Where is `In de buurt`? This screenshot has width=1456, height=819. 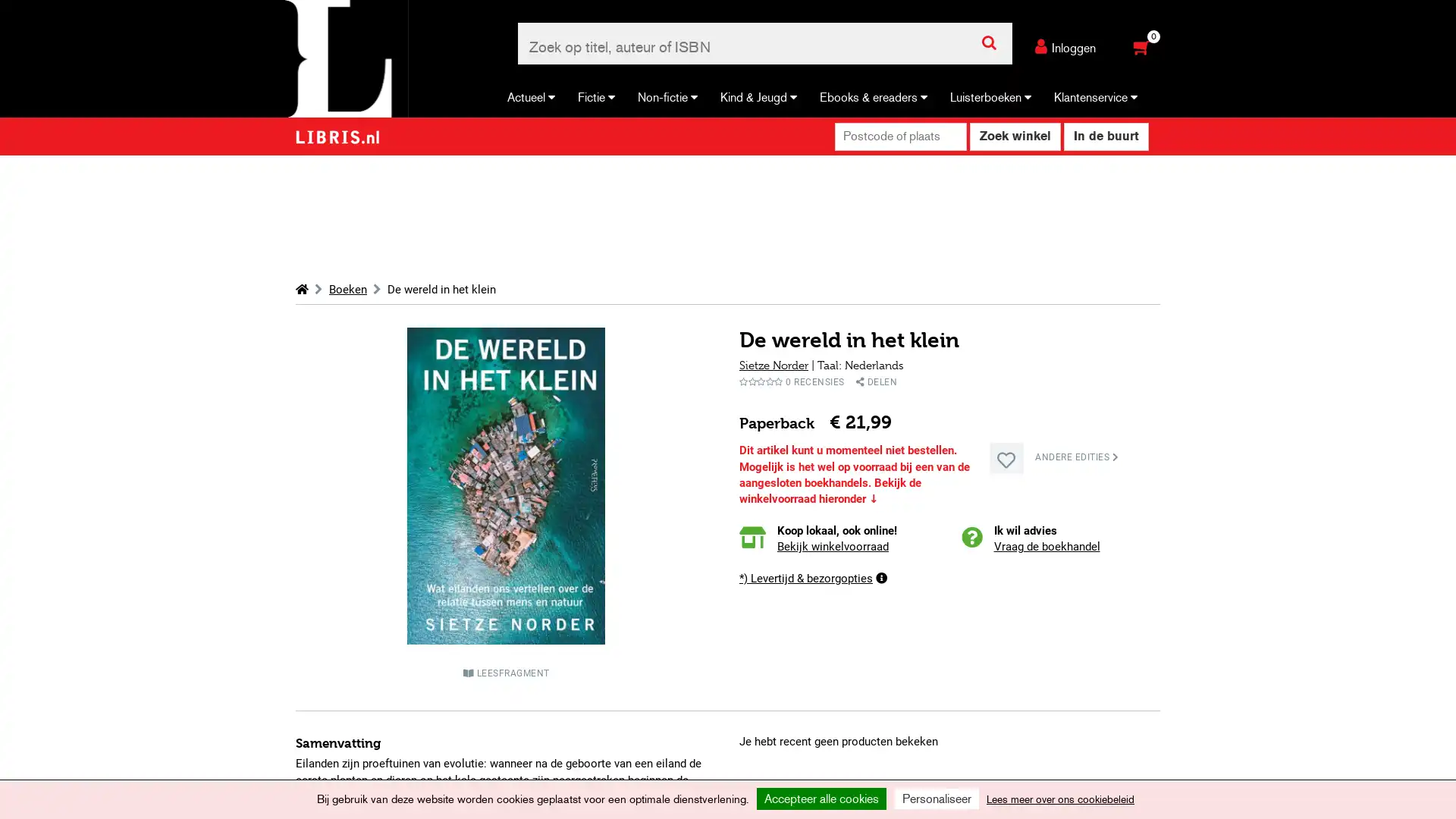
In de buurt is located at coordinates (1106, 136).